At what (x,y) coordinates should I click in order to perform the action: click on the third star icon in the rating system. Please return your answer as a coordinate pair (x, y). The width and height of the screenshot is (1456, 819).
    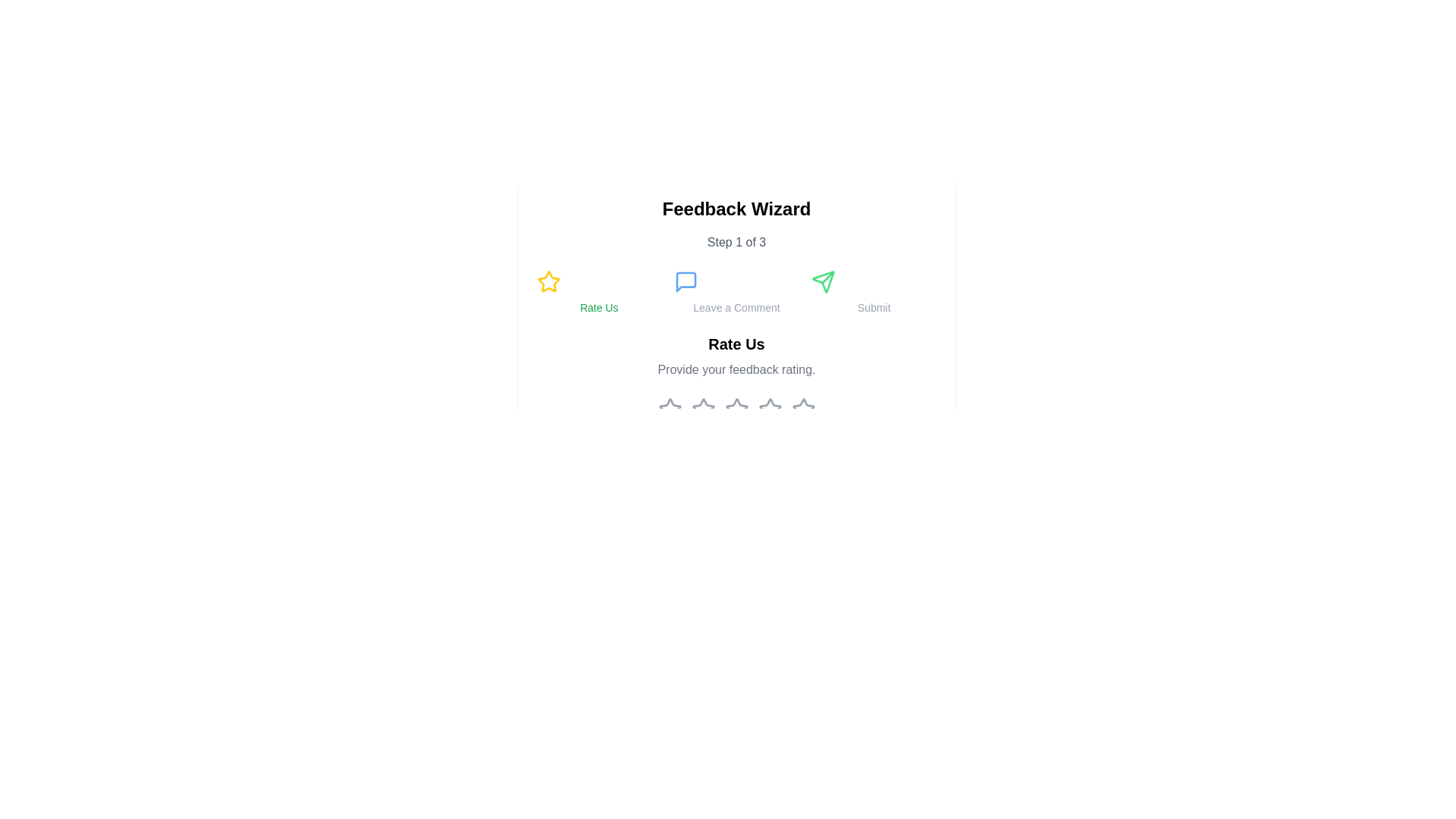
    Looking at the image, I should click on (702, 409).